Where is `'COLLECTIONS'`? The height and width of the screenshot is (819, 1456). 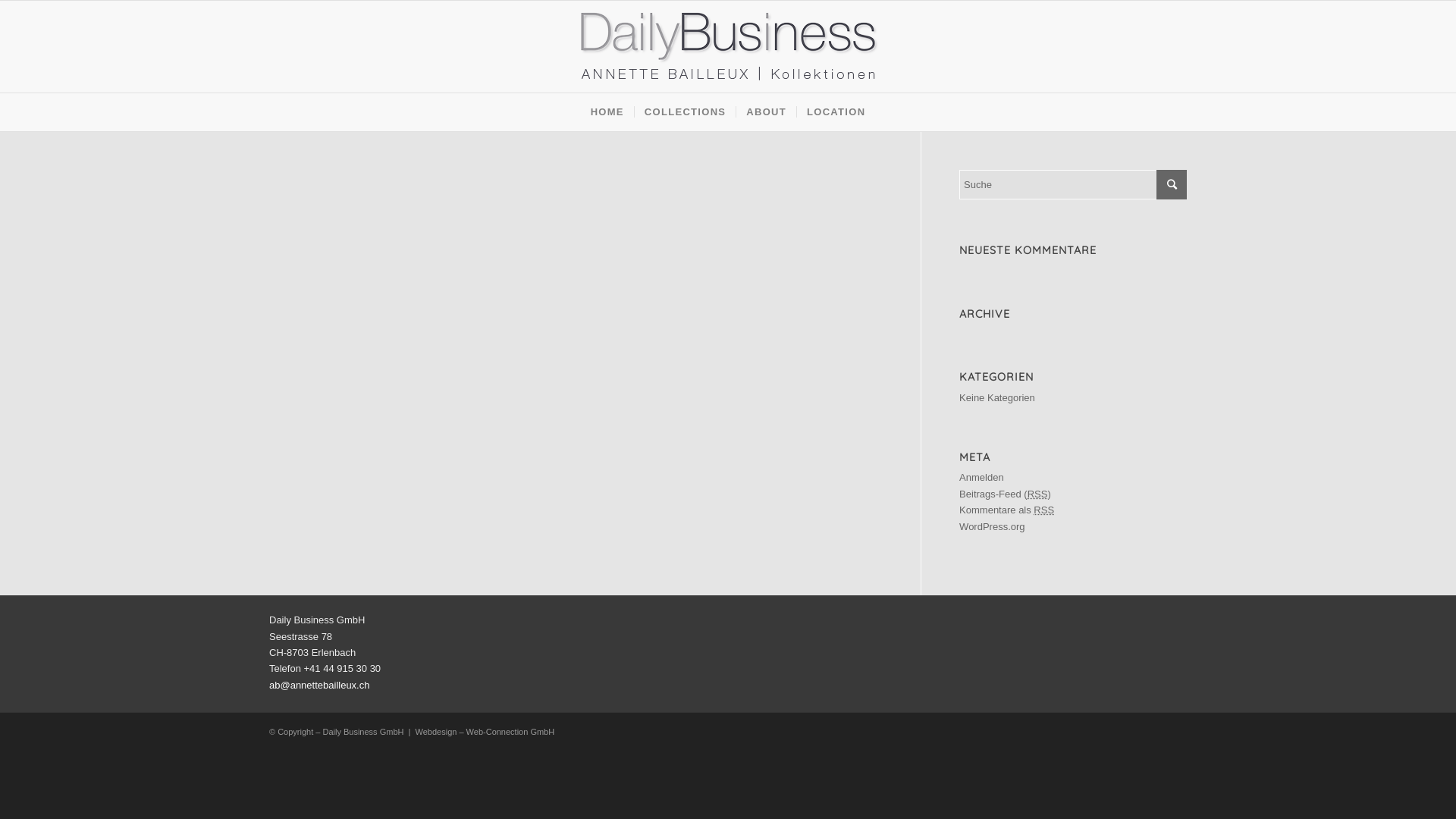 'COLLECTIONS' is located at coordinates (633, 111).